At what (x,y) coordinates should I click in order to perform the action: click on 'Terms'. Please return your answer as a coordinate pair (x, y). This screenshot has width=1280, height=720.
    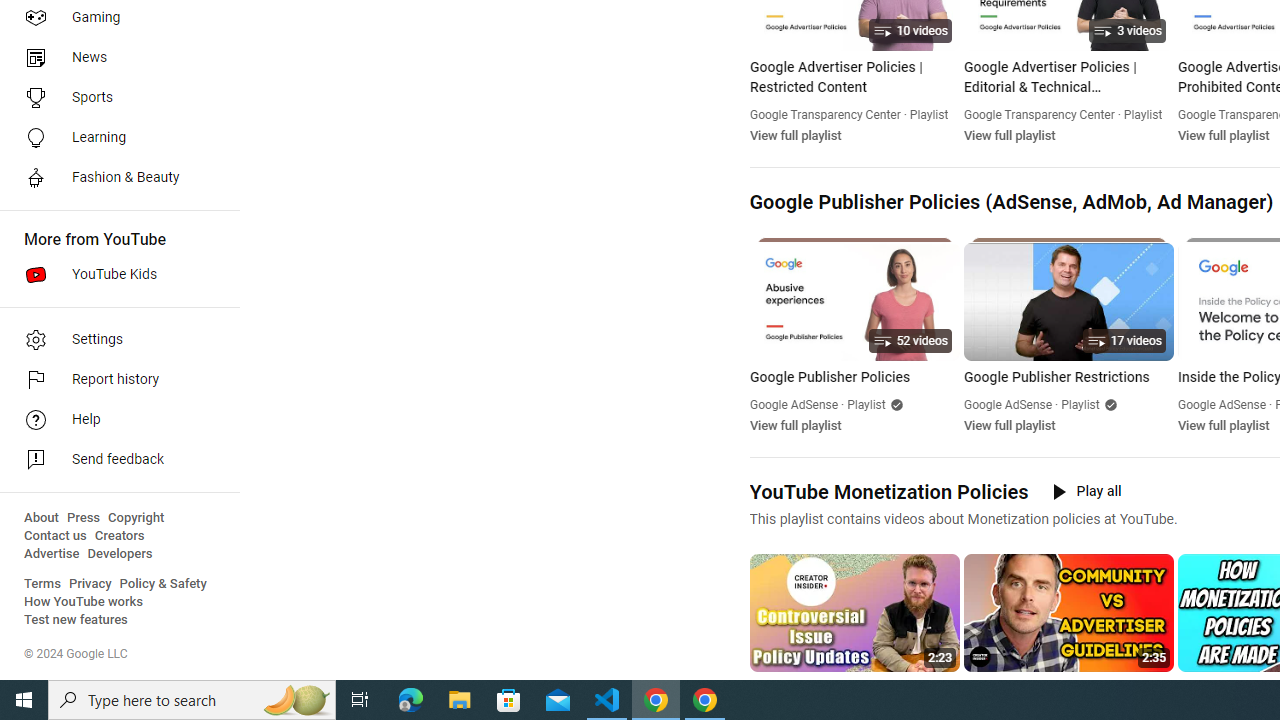
    Looking at the image, I should click on (42, 584).